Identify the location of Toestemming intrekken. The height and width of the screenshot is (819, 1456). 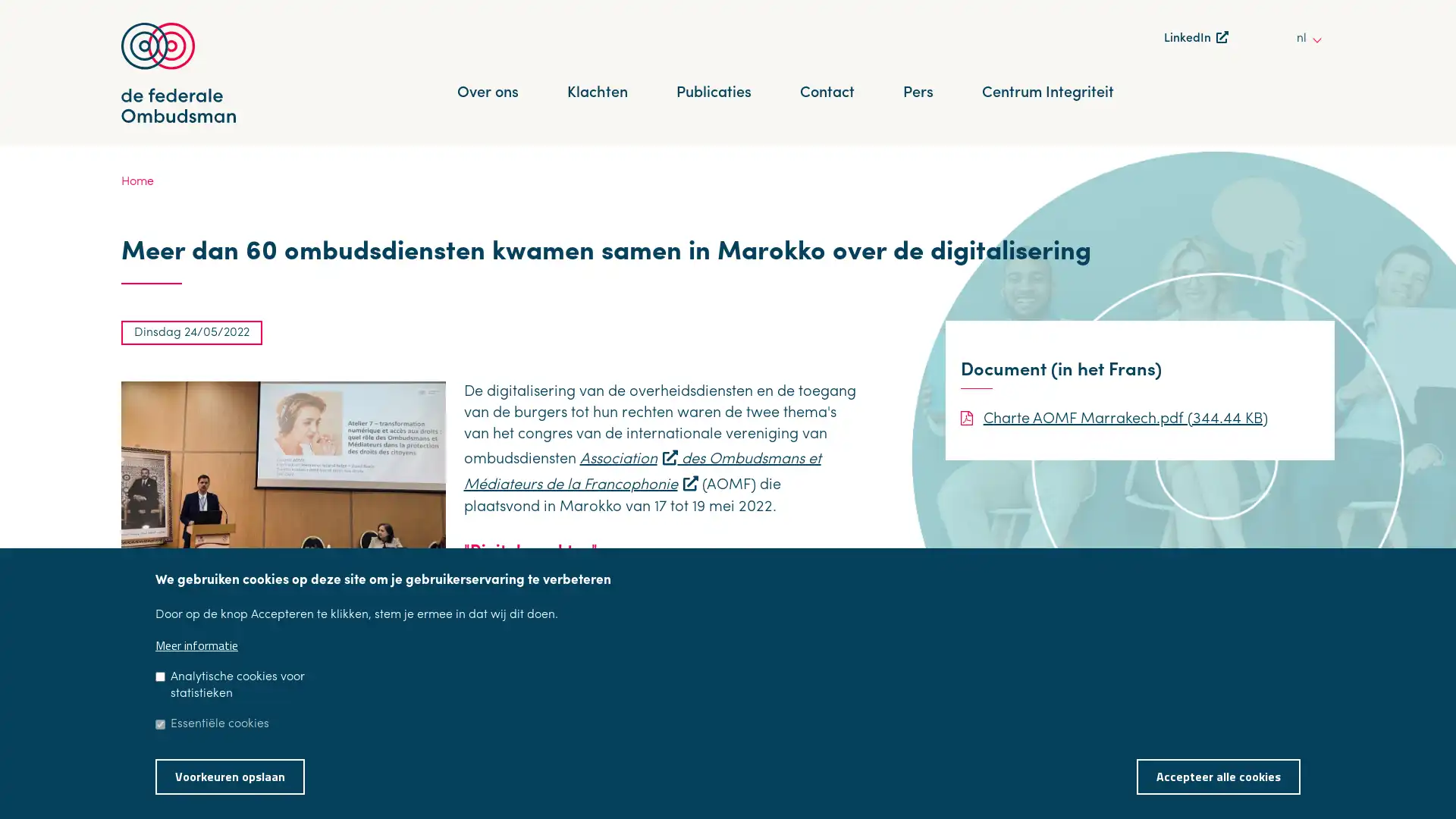
(1319, 766).